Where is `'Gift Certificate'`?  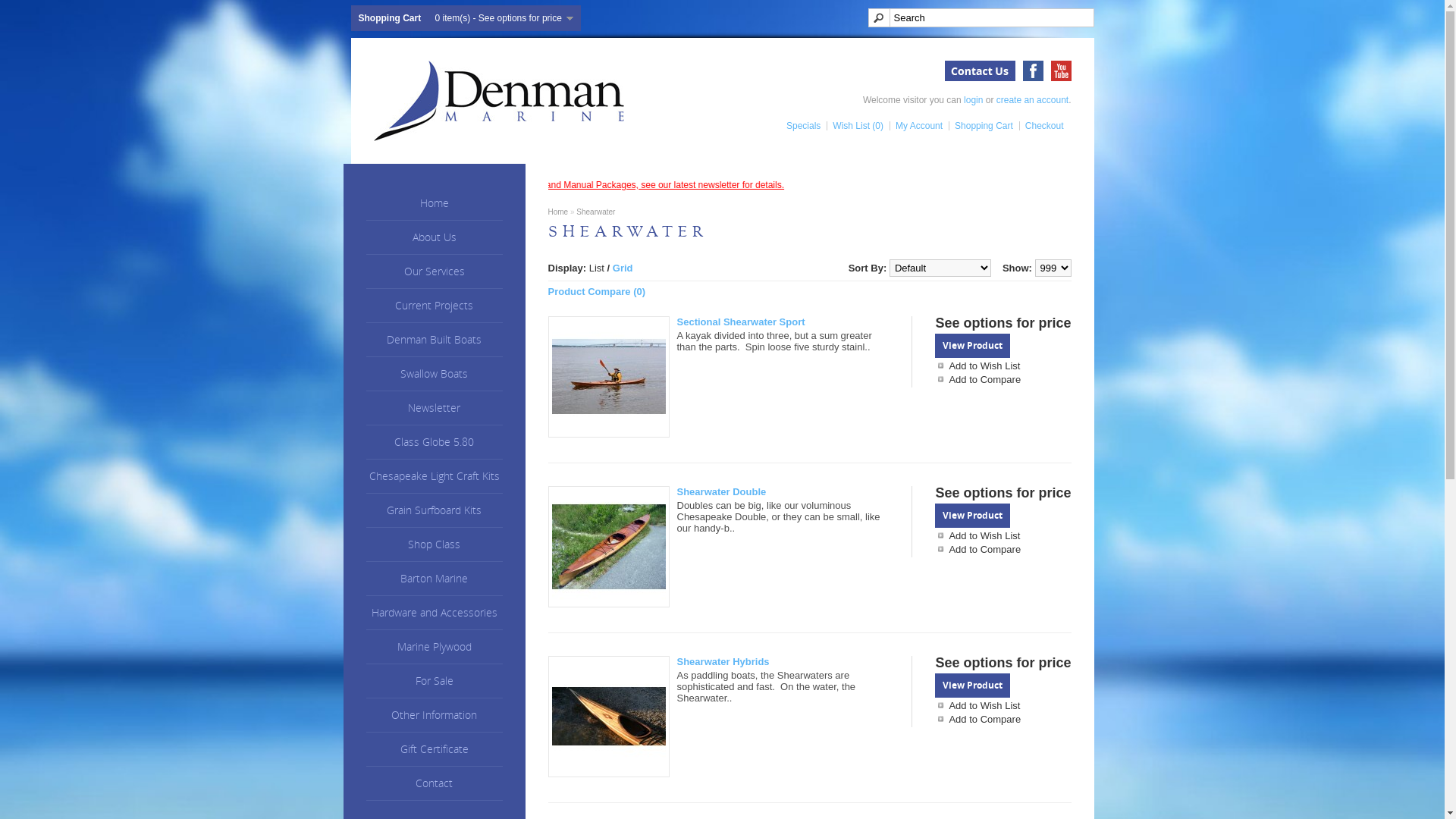
'Gift Certificate' is located at coordinates (432, 748).